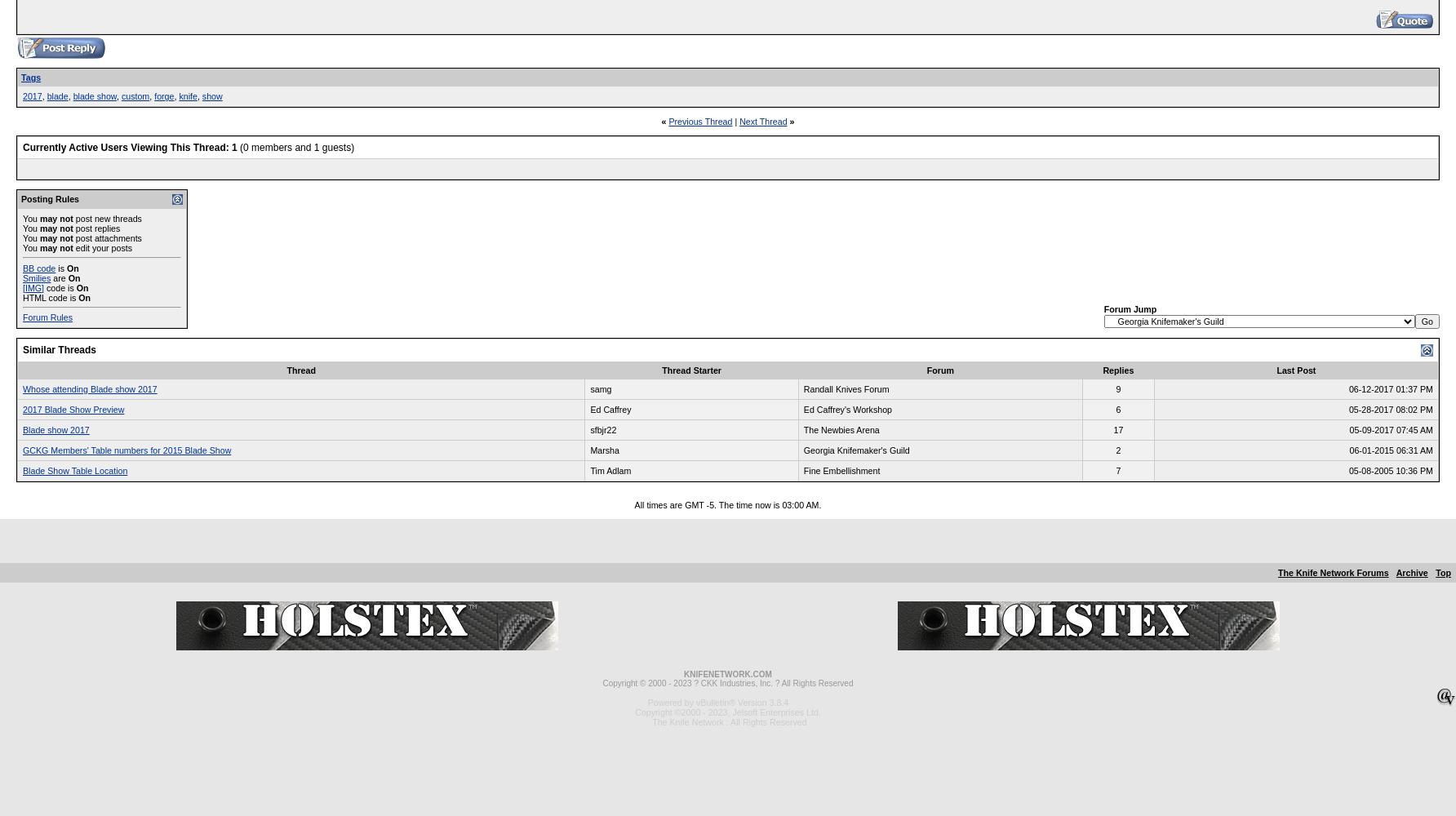 The image size is (1456, 816). What do you see at coordinates (295, 148) in the screenshot?
I see `'(0 members and 1 guests)'` at bounding box center [295, 148].